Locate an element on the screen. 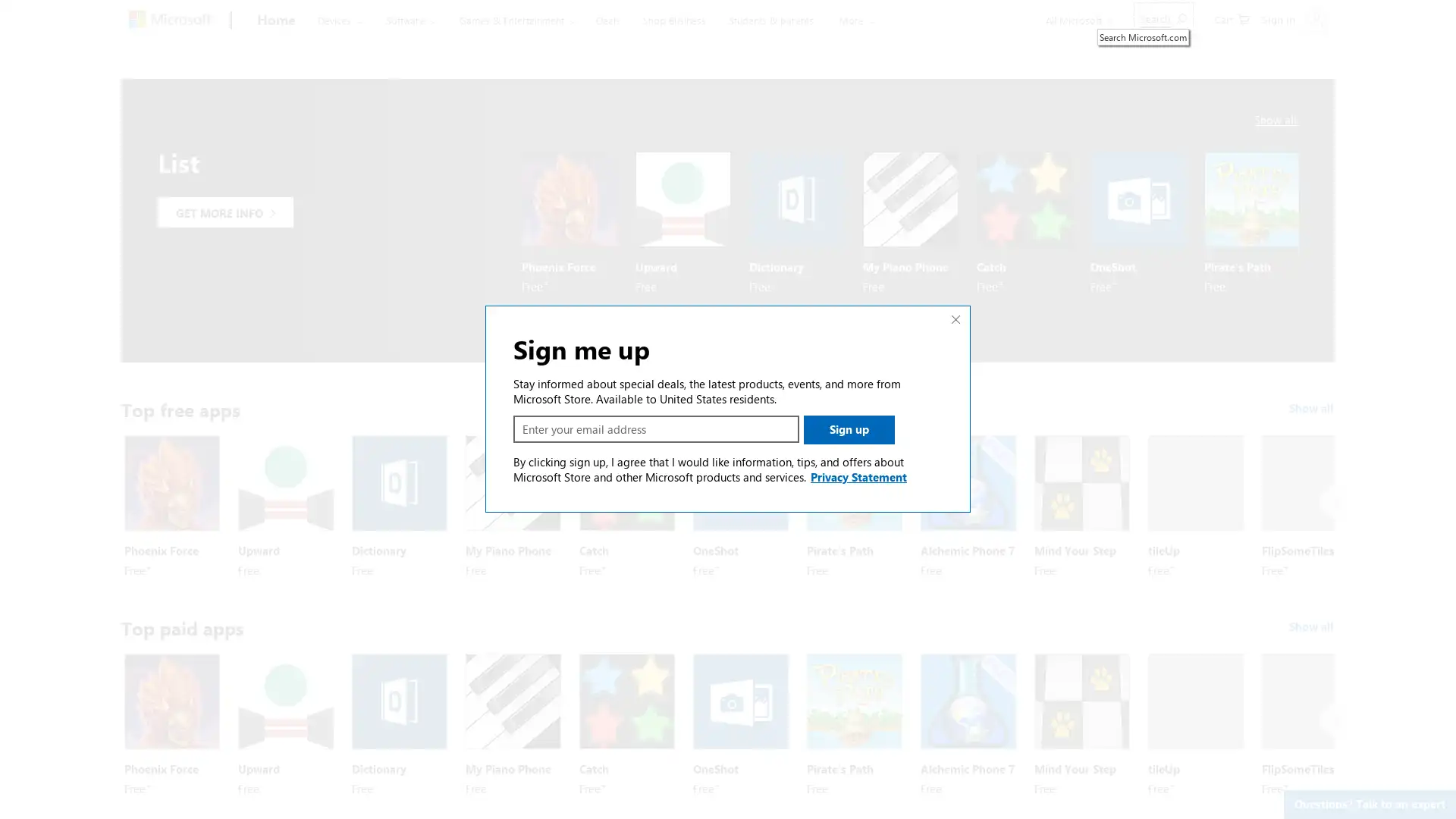 This screenshot has height=819, width=1456. Sign up is located at coordinates (848, 430).